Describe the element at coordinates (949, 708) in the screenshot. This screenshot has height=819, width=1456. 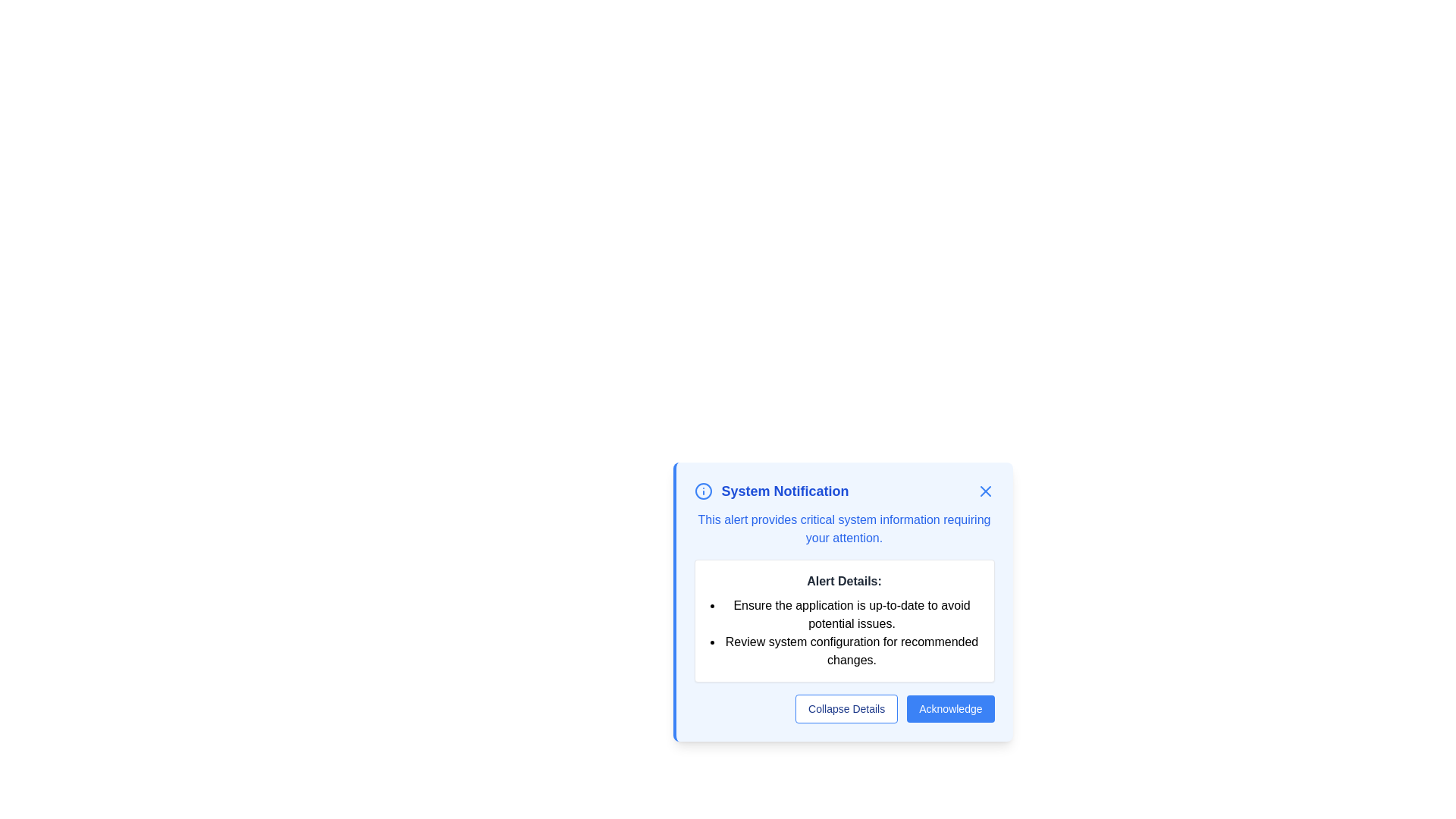
I see `the acknowledgment button located at the bottom-right of the modal dialog, which is the second button to the right of the 'Collapse Details' button` at that location.